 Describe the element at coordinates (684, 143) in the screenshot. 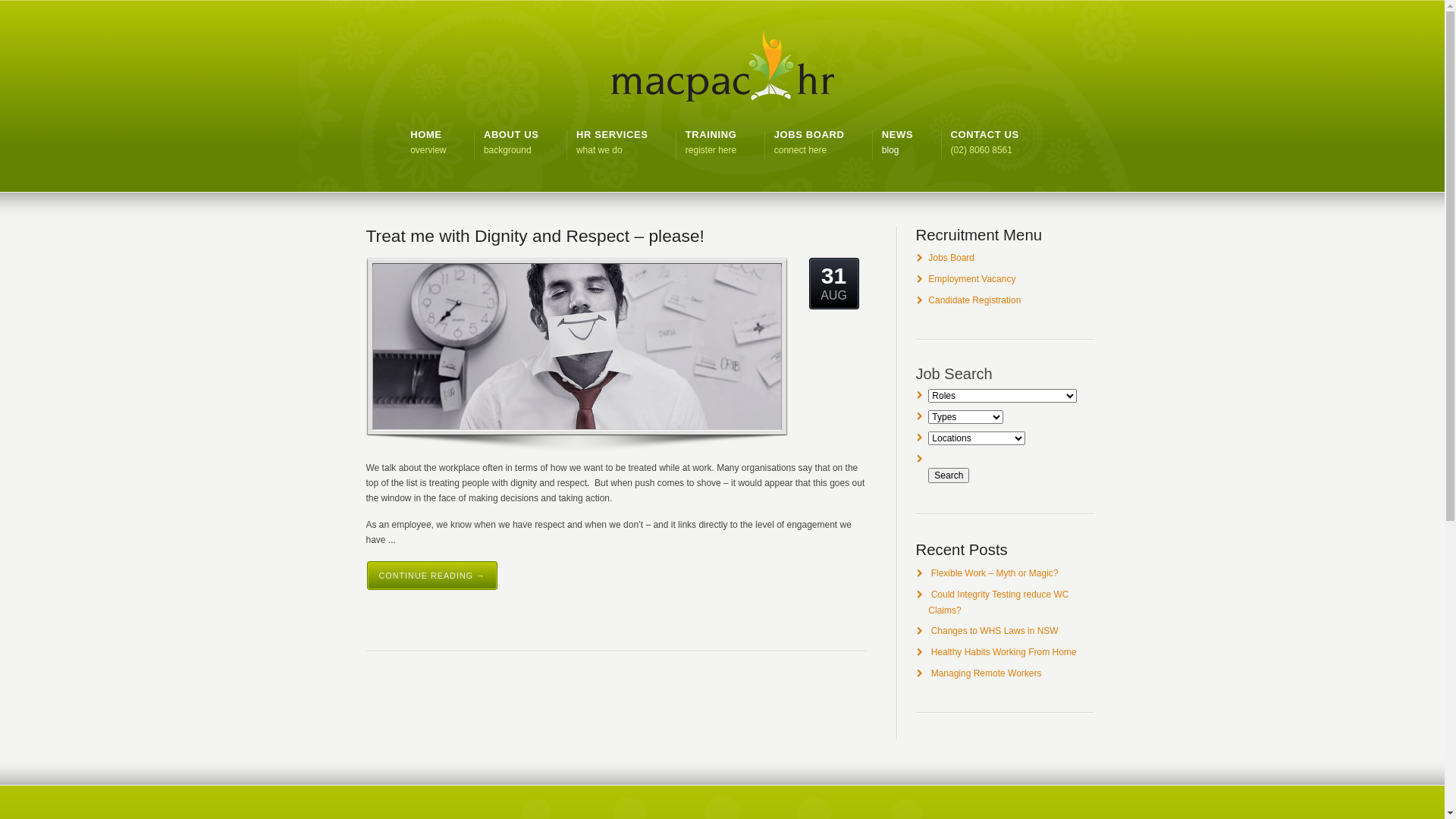

I see `'TRAINING` at that location.